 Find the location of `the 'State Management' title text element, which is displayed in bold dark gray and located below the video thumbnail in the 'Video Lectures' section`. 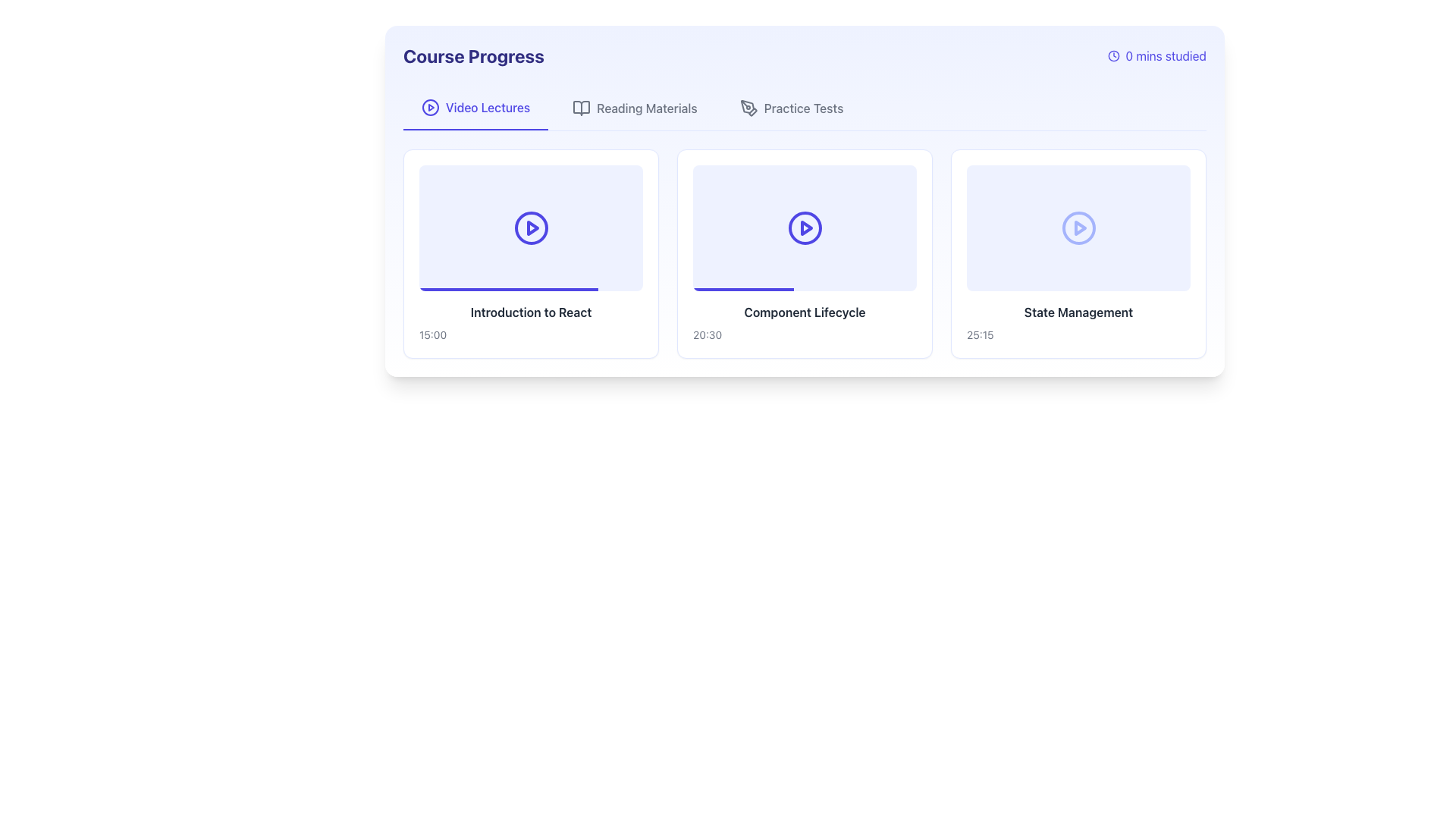

the 'State Management' title text element, which is displayed in bold dark gray and located below the video thumbnail in the 'Video Lectures' section is located at coordinates (1078, 311).